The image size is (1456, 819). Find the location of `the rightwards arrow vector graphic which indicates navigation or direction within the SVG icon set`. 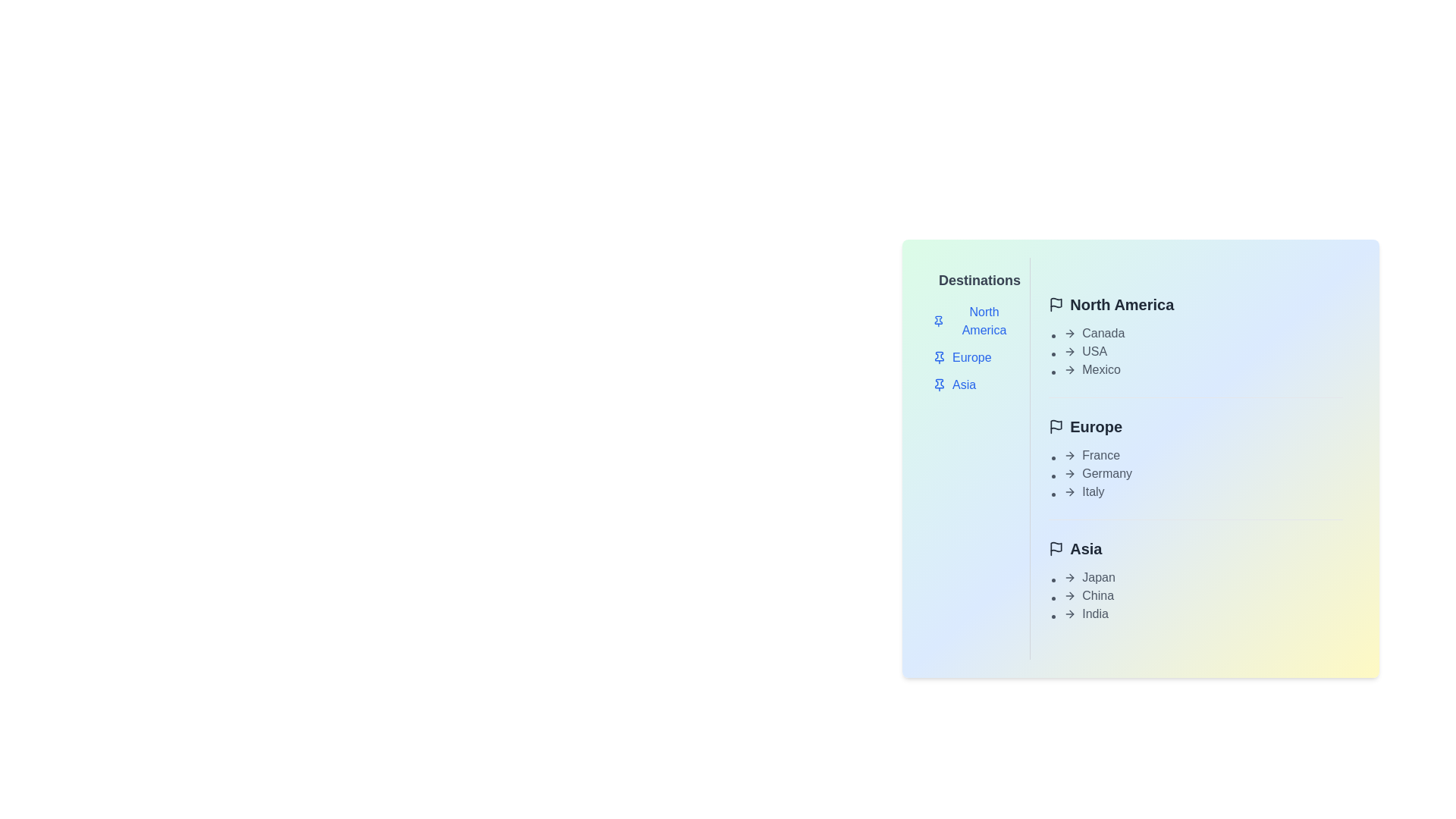

the rightwards arrow vector graphic which indicates navigation or direction within the SVG icon set is located at coordinates (1071, 614).